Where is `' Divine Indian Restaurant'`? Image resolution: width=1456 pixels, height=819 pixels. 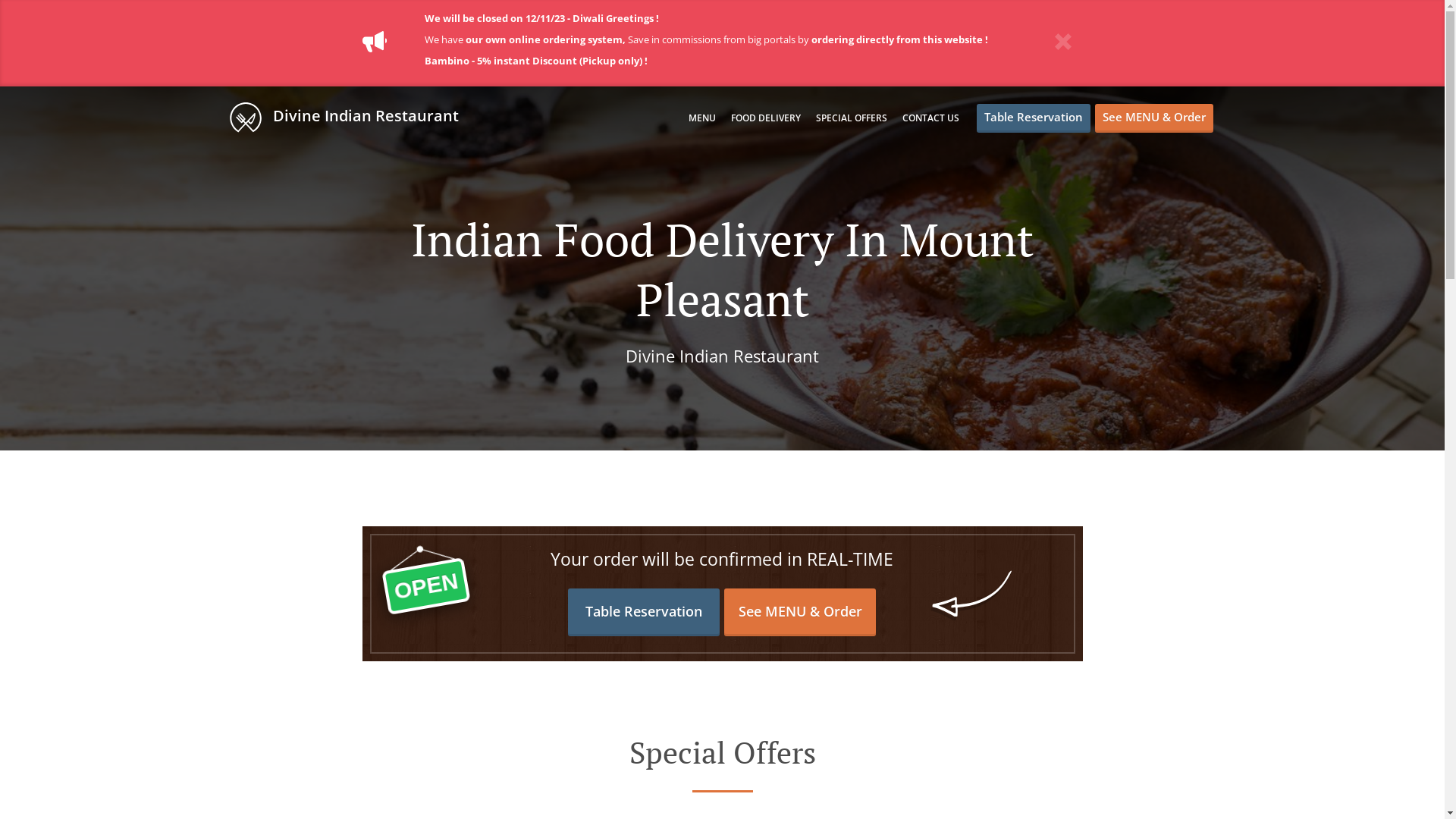
' Divine Indian Restaurant' is located at coordinates (350, 116).